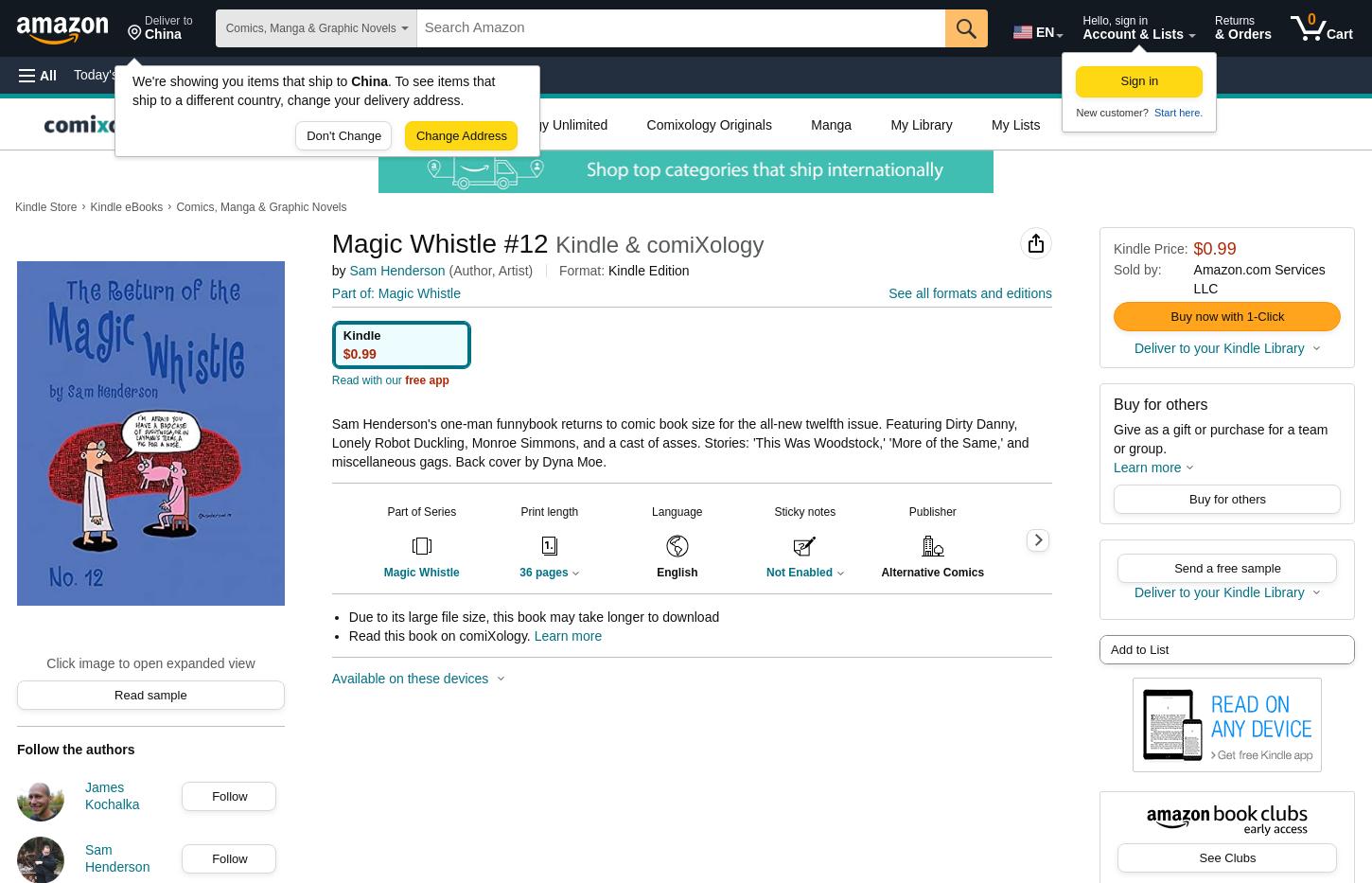 Image resolution: width=1372 pixels, height=883 pixels. I want to click on 'Comixology Unlimited', so click(543, 124).